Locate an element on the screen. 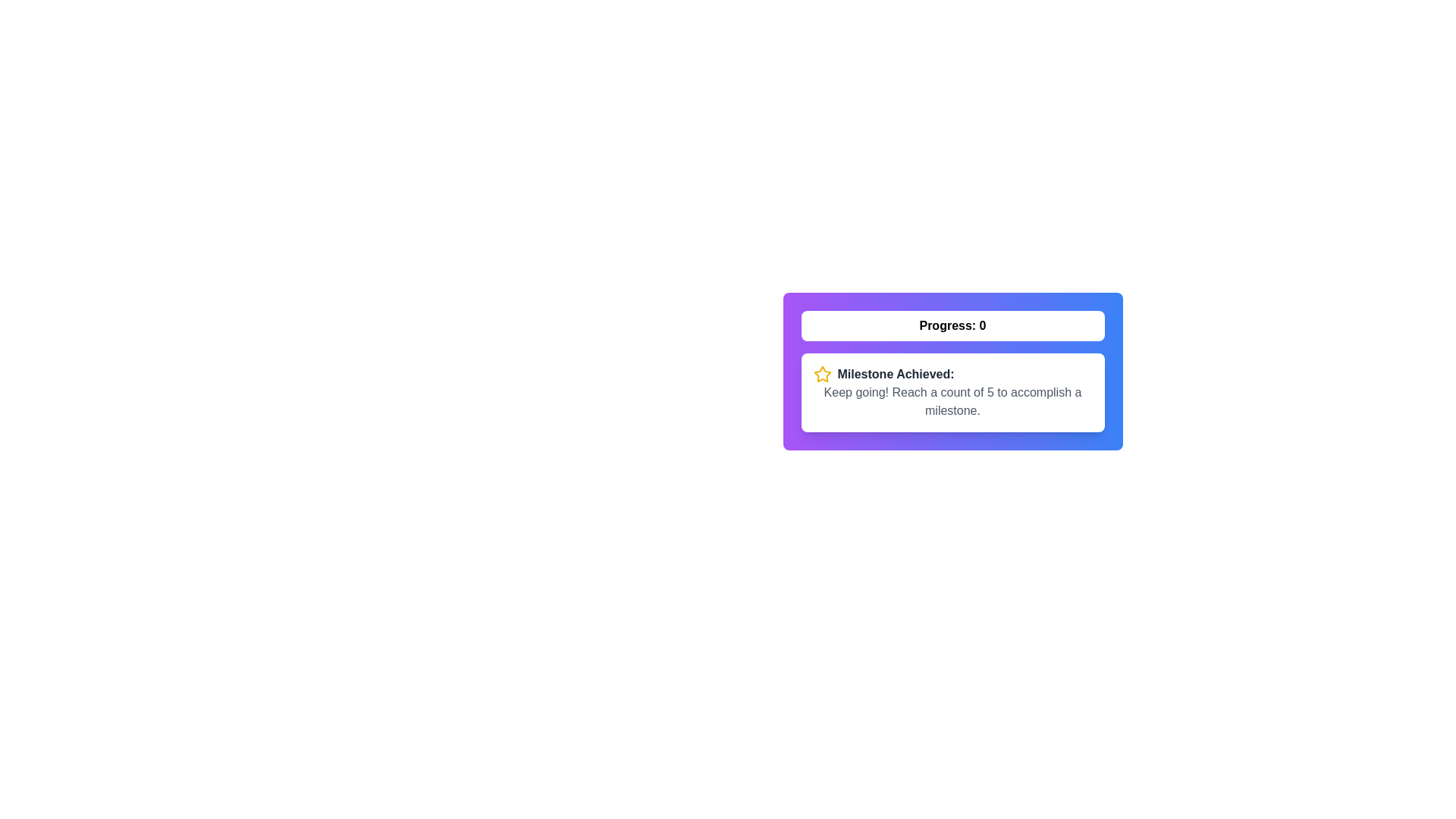 This screenshot has height=819, width=1456. the yellow star-shaped decorative icon with a hollow center, which is located in the left section of an achievement-related text block is located at coordinates (821, 374).